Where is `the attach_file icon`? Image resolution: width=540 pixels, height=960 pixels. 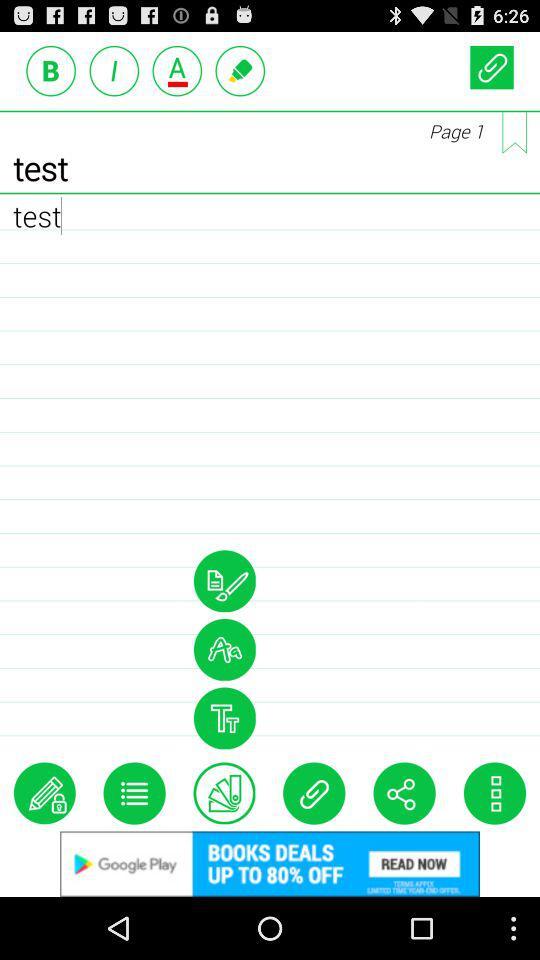
the attach_file icon is located at coordinates (490, 71).